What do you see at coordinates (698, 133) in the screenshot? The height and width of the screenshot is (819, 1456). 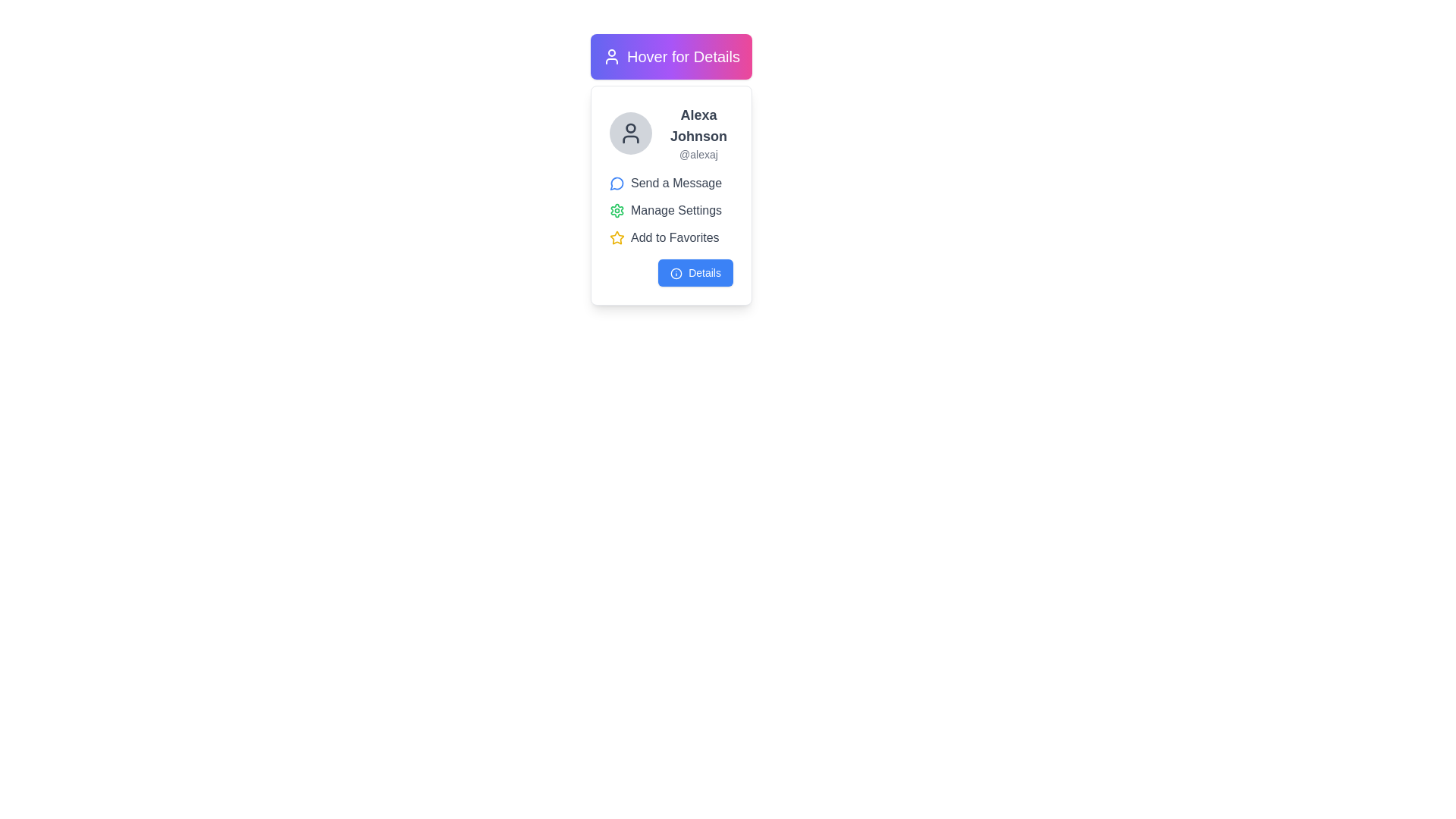 I see `the text display that shows the user identifier, located to the right of the circular profile icon in the card layout` at bounding box center [698, 133].